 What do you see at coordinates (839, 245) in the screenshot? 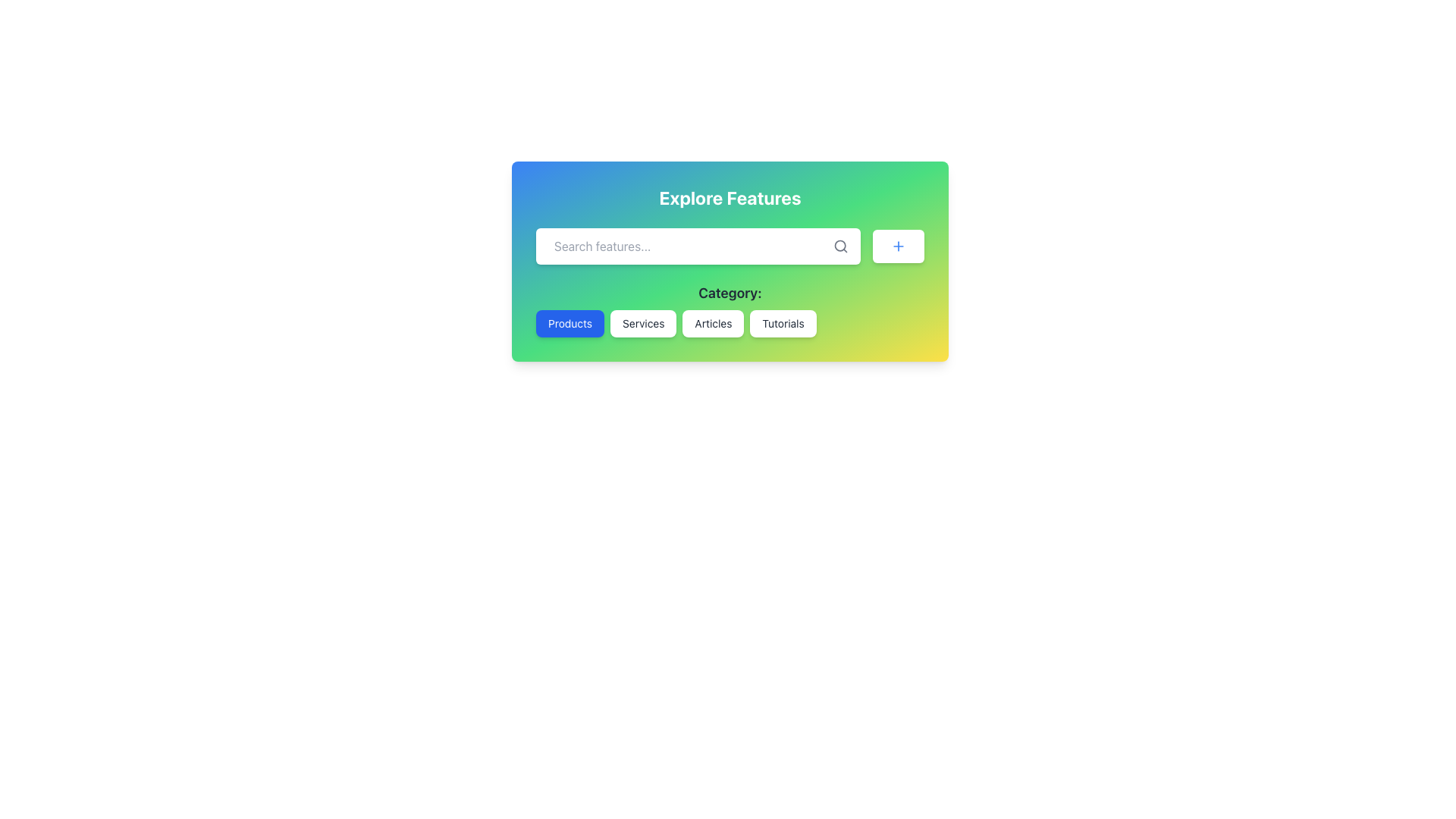
I see `the search SVG icon located to the far right of the search bar` at bounding box center [839, 245].